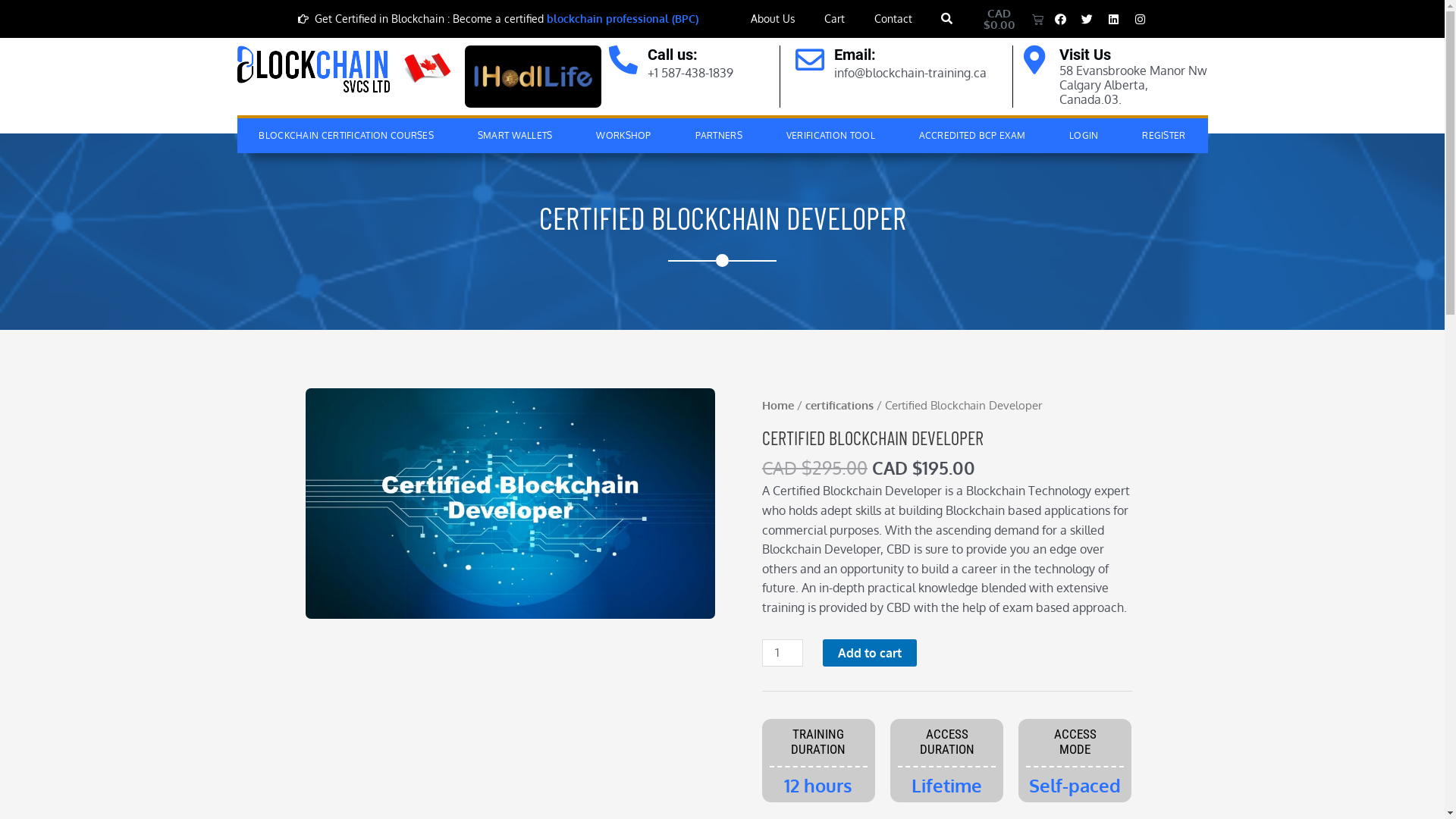 Image resolution: width=1456 pixels, height=819 pixels. Describe the element at coordinates (814, 18) in the screenshot. I see `'Cart'` at that location.